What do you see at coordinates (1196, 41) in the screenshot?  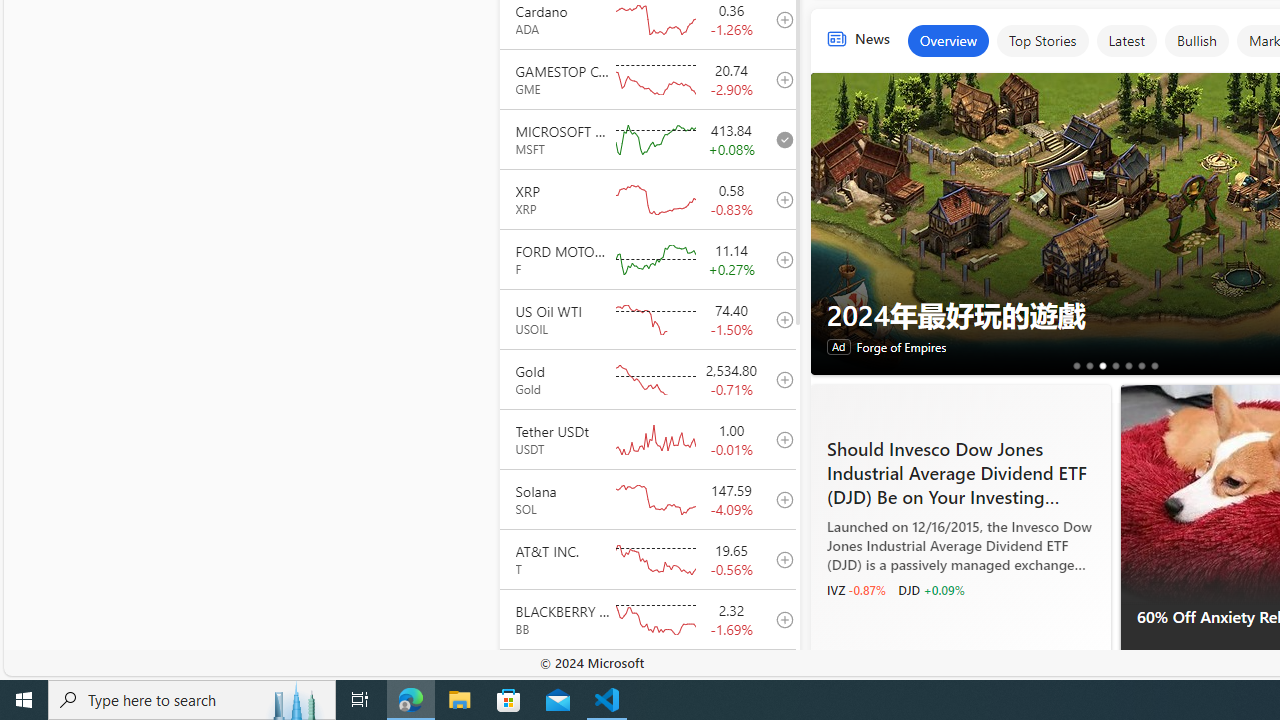 I see `'Bullish'` at bounding box center [1196, 41].